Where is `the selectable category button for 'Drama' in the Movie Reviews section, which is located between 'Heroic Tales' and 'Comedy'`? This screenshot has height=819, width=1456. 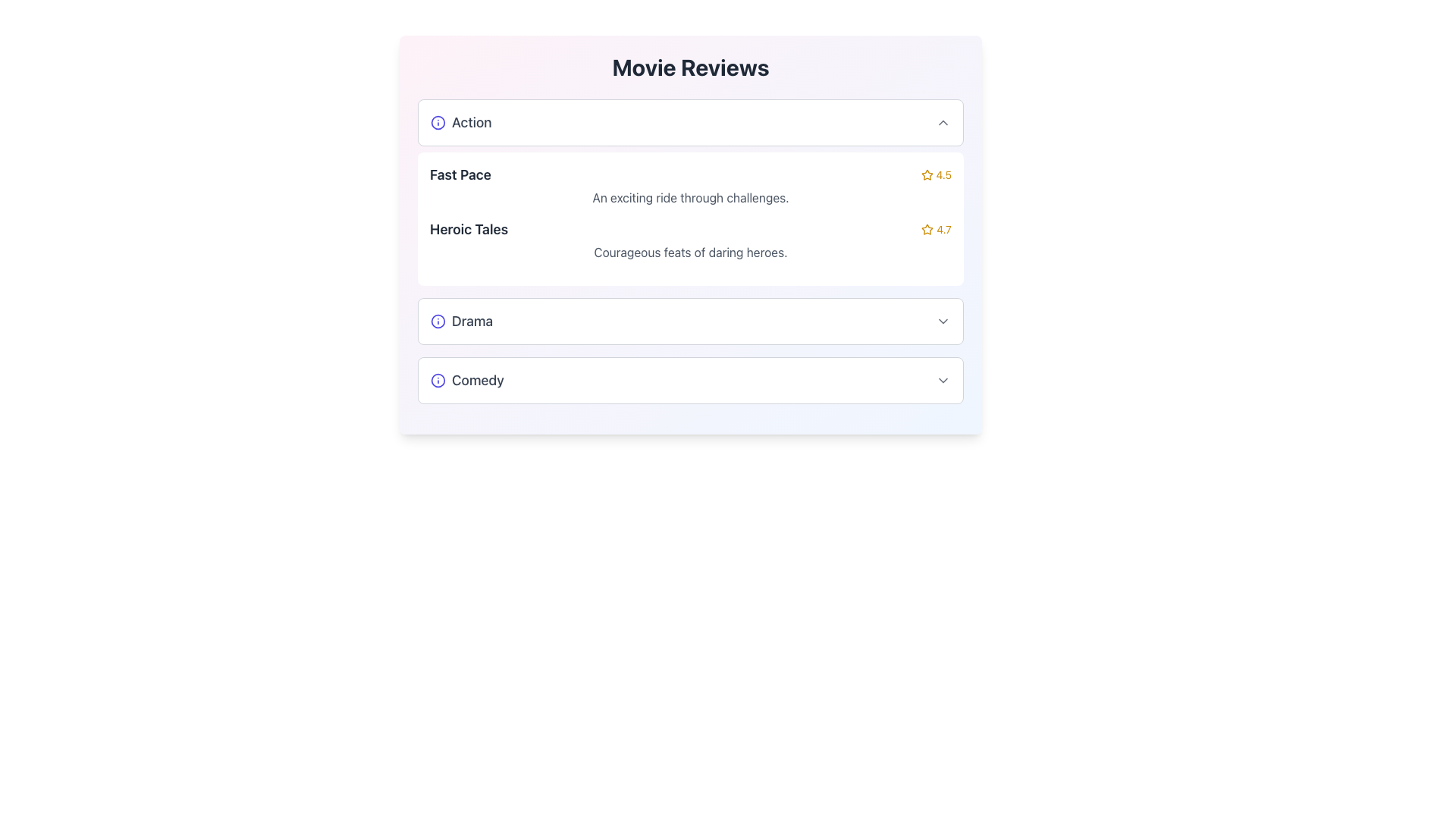 the selectable category button for 'Drama' in the Movie Reviews section, which is located between 'Heroic Tales' and 'Comedy' is located at coordinates (690, 321).